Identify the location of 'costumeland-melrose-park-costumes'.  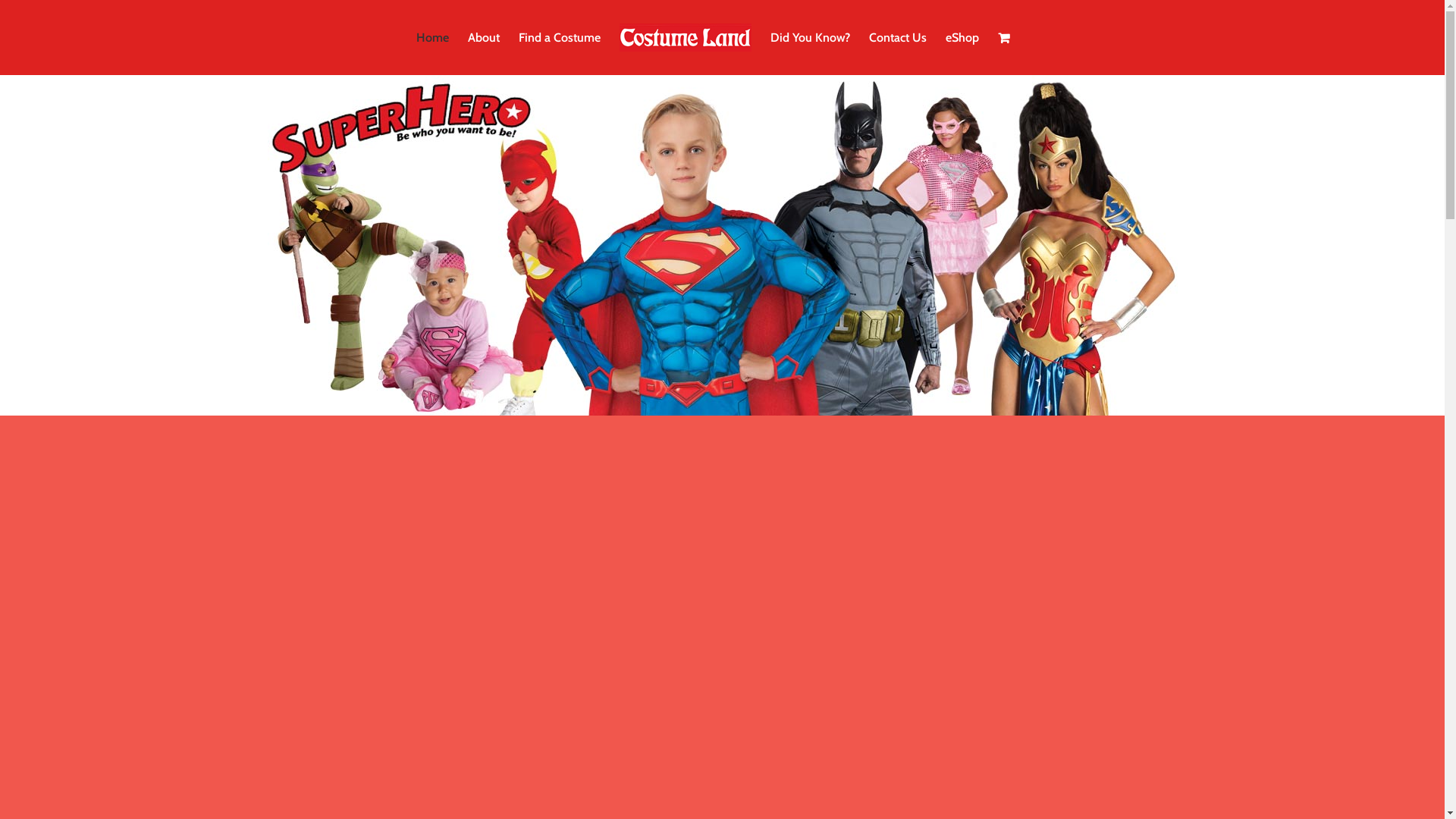
(720, 244).